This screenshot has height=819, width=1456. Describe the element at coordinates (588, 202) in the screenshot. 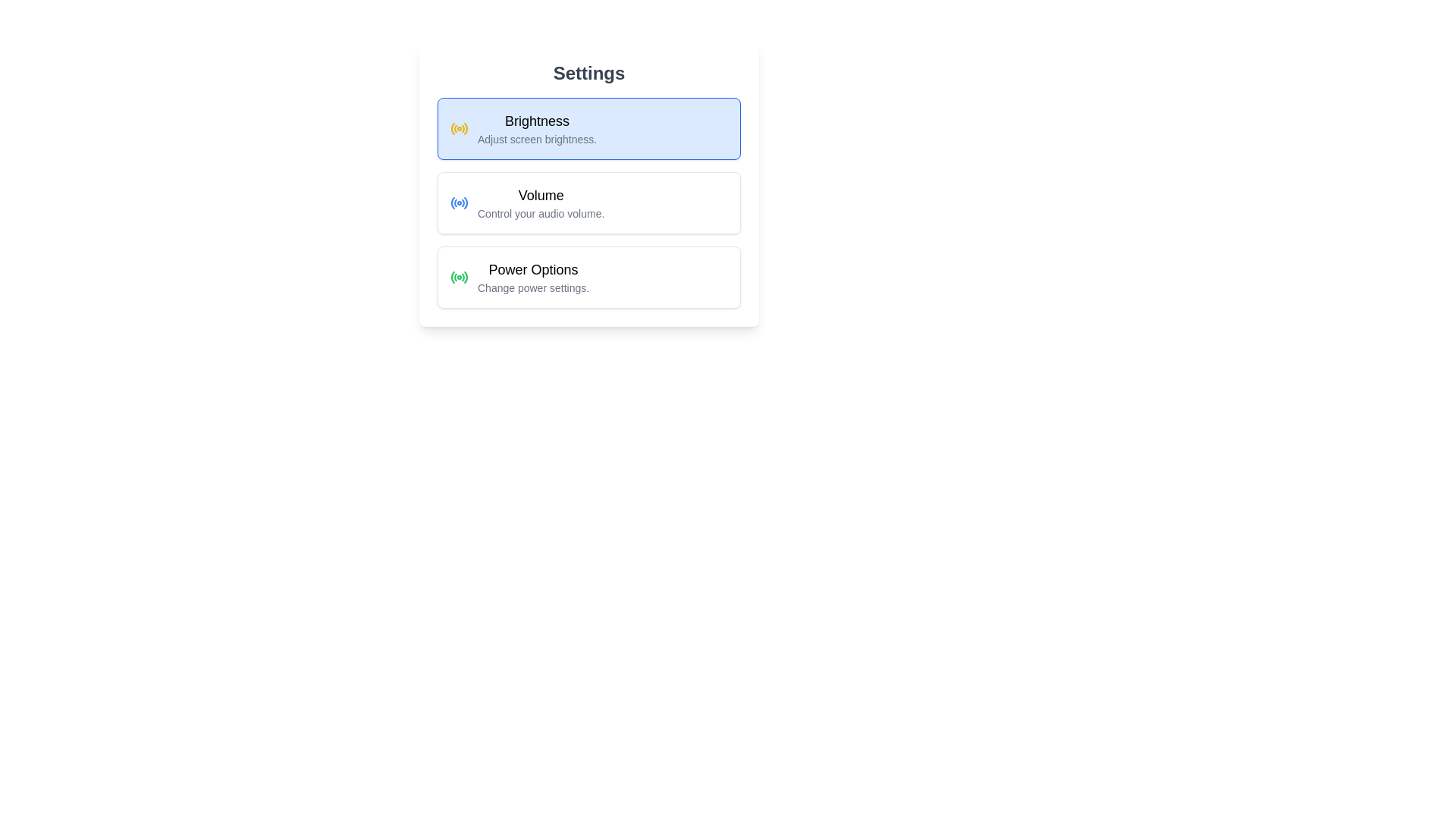

I see `the audio volume control card, which is the second card in the settings menu` at that location.